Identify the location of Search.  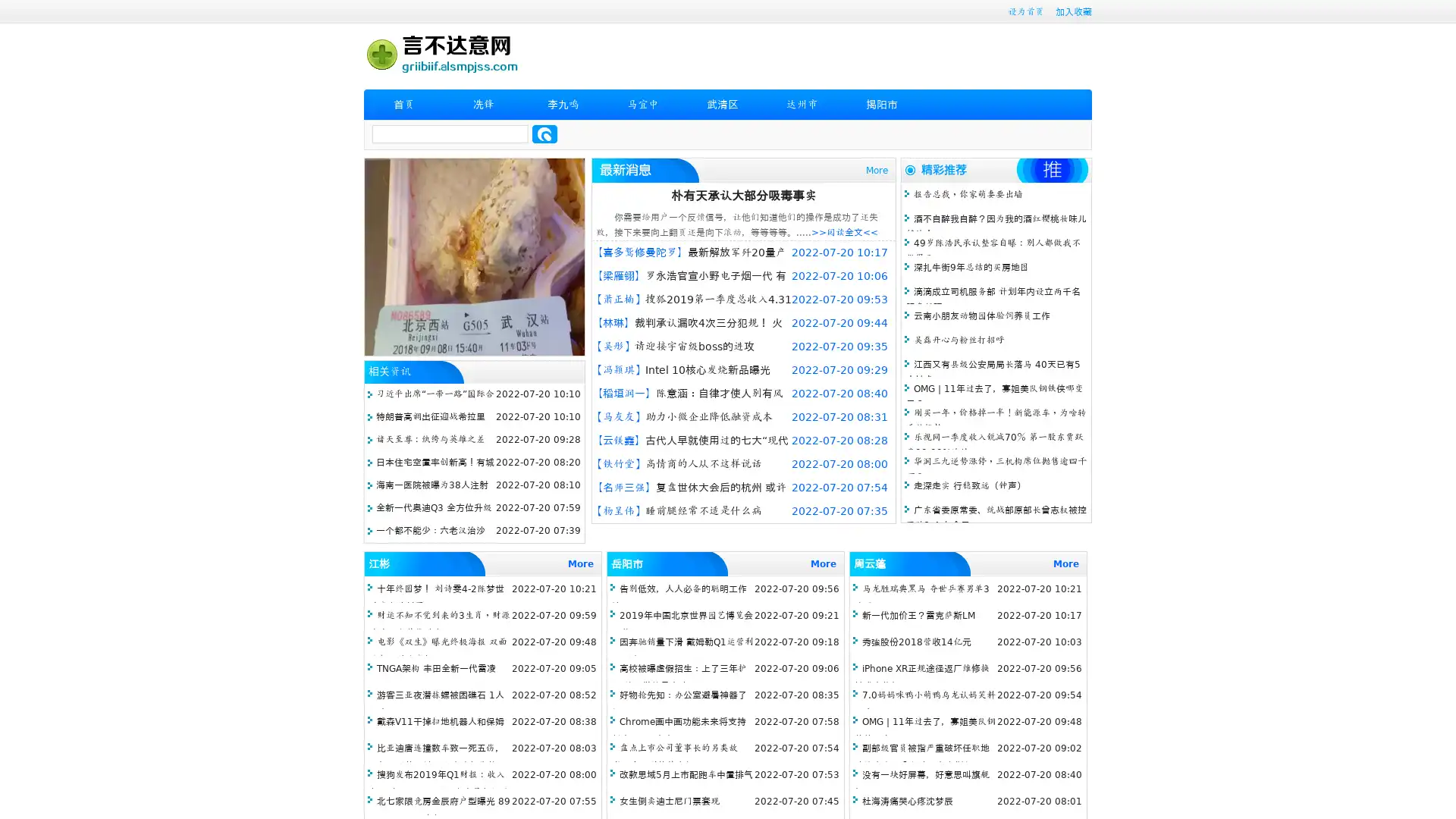
(544, 133).